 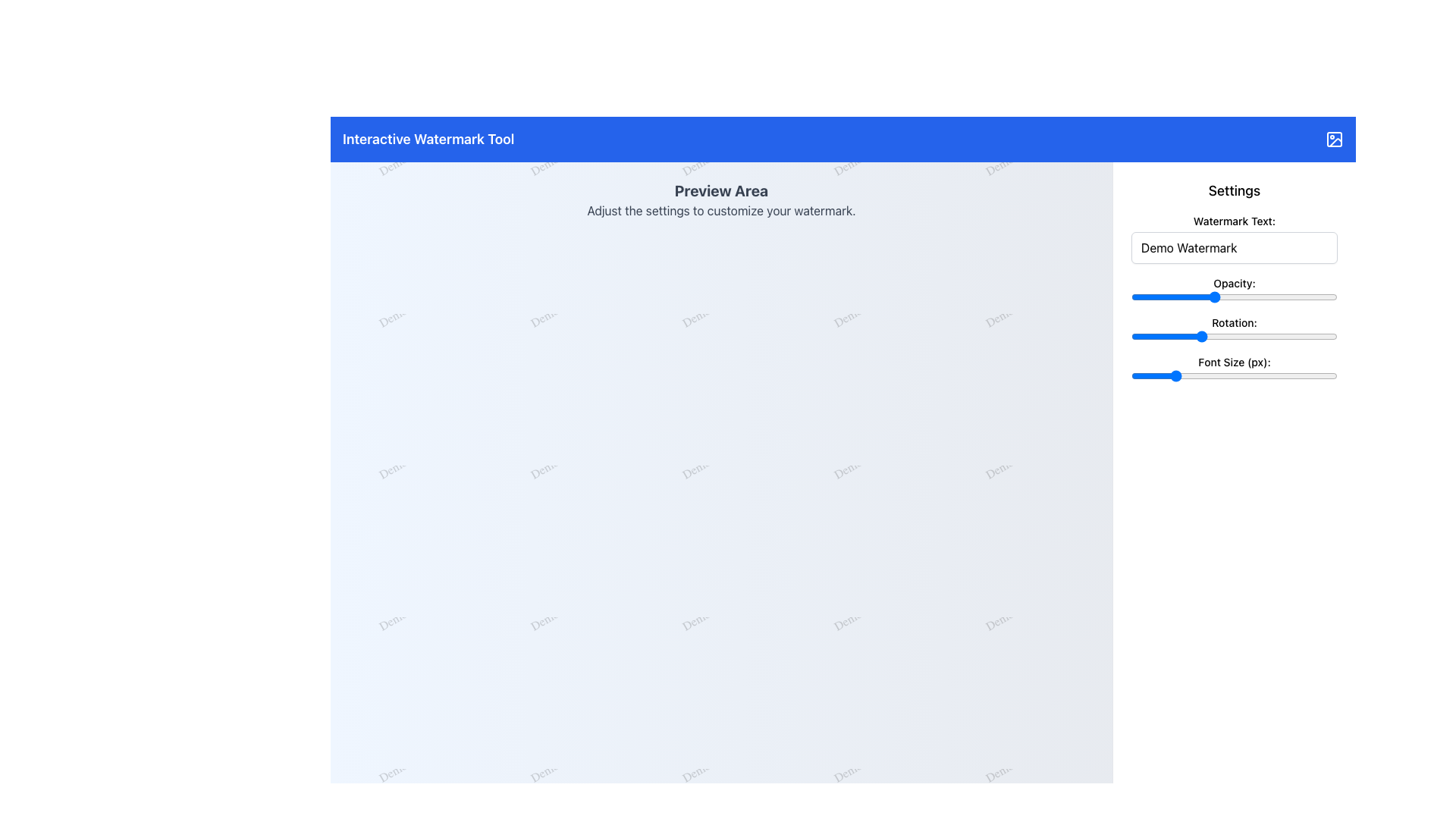 What do you see at coordinates (1335, 140) in the screenshot?
I see `the icon representing the 'Interactive Watermark Tool' located at the far right of the header bar` at bounding box center [1335, 140].